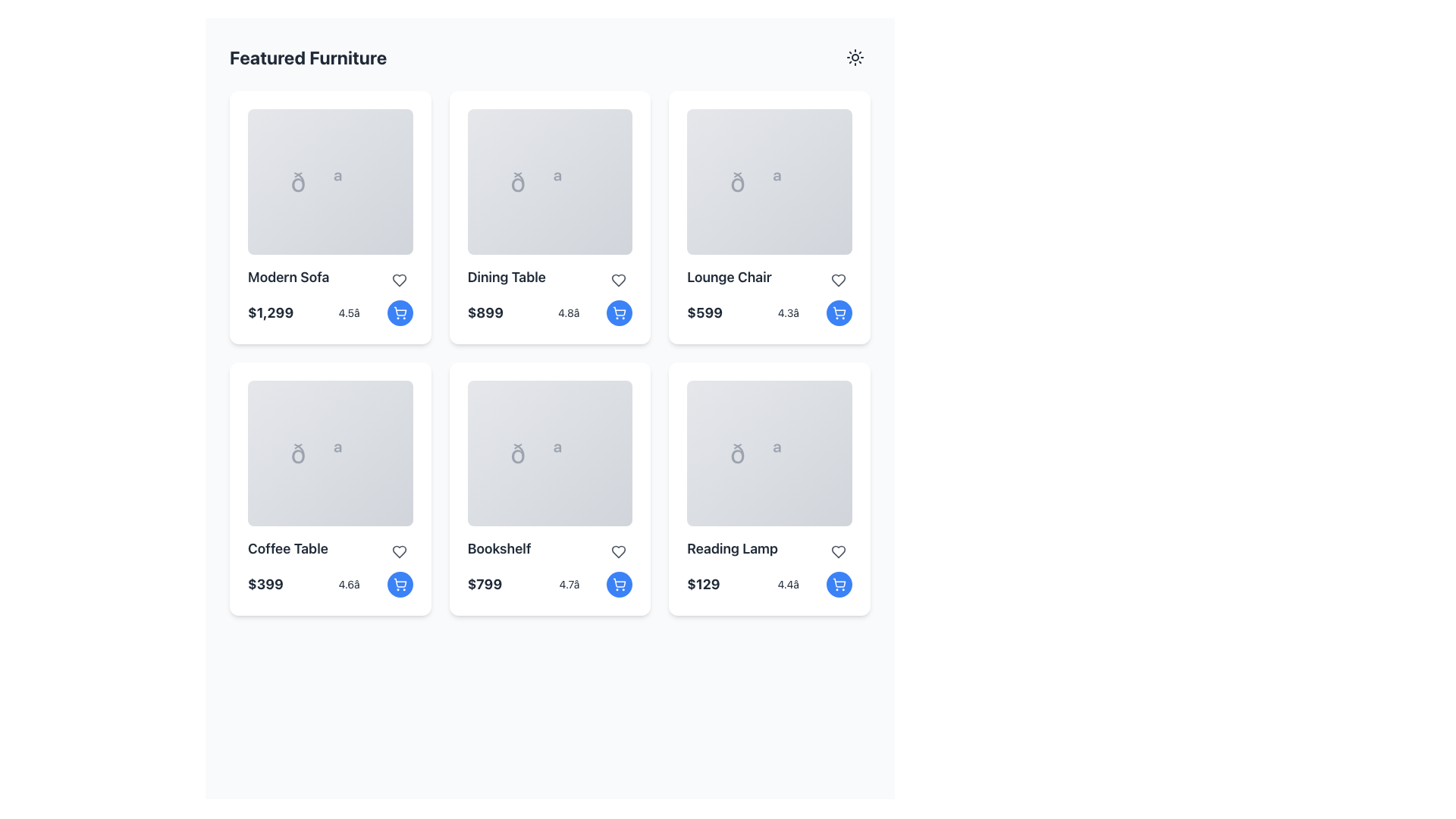 This screenshot has height=819, width=1456. What do you see at coordinates (839, 312) in the screenshot?
I see `the circular blue button with a white shopping cart icon located in the lower-right corner of the 'Lounge Chair' card` at bounding box center [839, 312].